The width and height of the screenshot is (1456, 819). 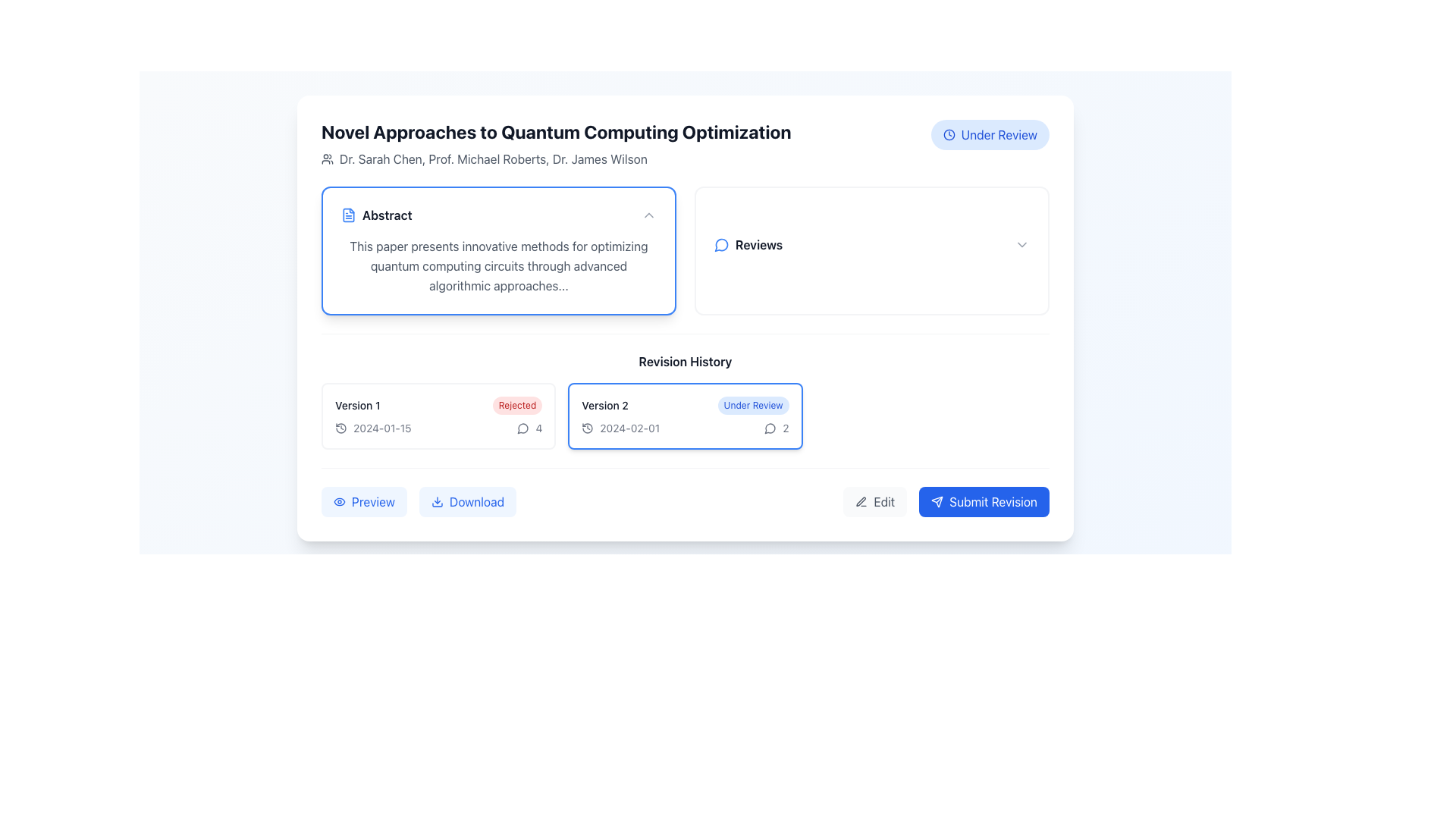 What do you see at coordinates (529, 428) in the screenshot?
I see `the Badge with a speech balloon icon and the numerical label '4', located at the bottom right section of the 'Version 1' card in the revision history, aligned with the date '2024-01-15' and under the label 'Rejected'` at bounding box center [529, 428].